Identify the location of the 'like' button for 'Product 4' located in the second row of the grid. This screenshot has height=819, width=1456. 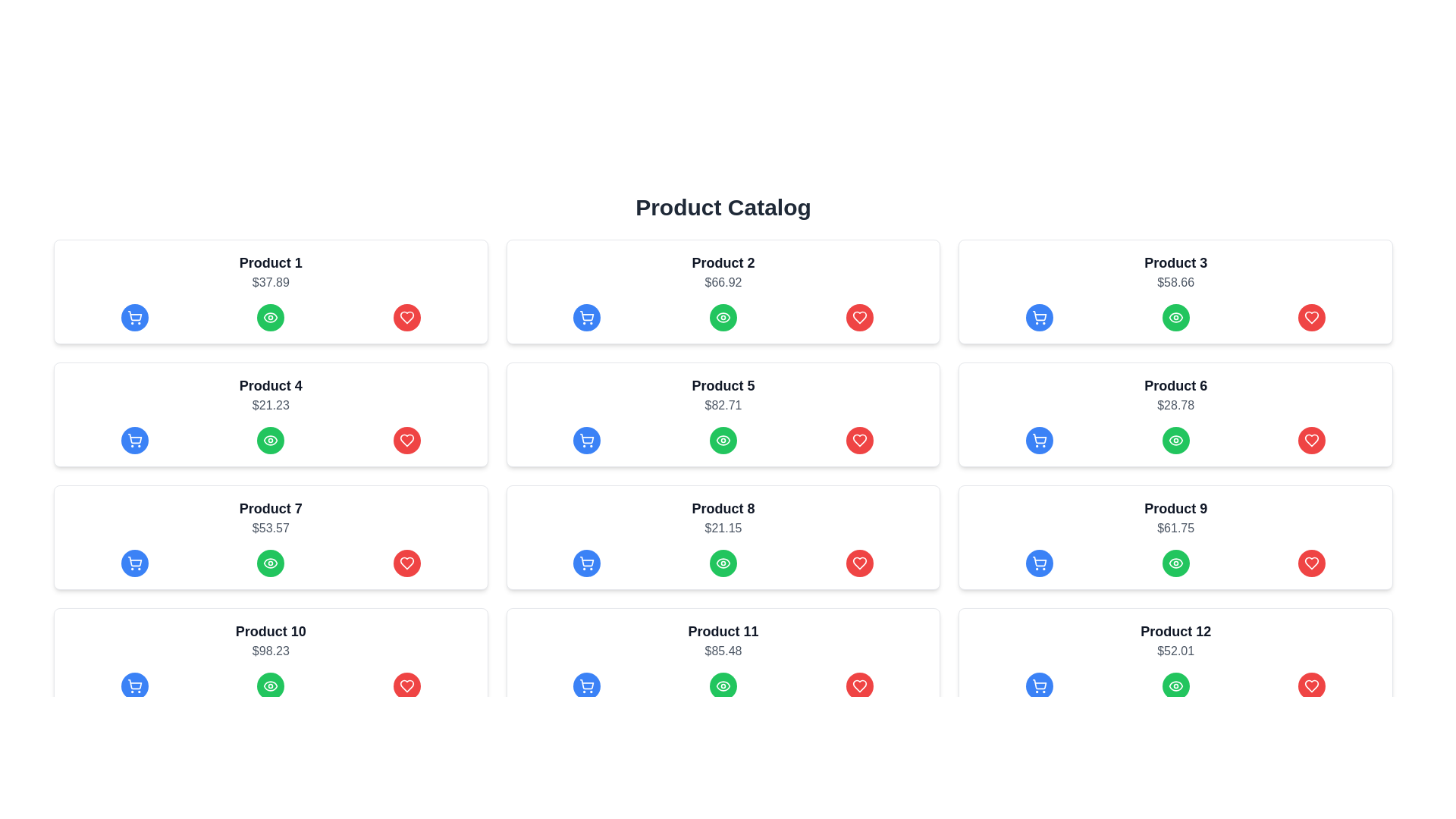
(406, 441).